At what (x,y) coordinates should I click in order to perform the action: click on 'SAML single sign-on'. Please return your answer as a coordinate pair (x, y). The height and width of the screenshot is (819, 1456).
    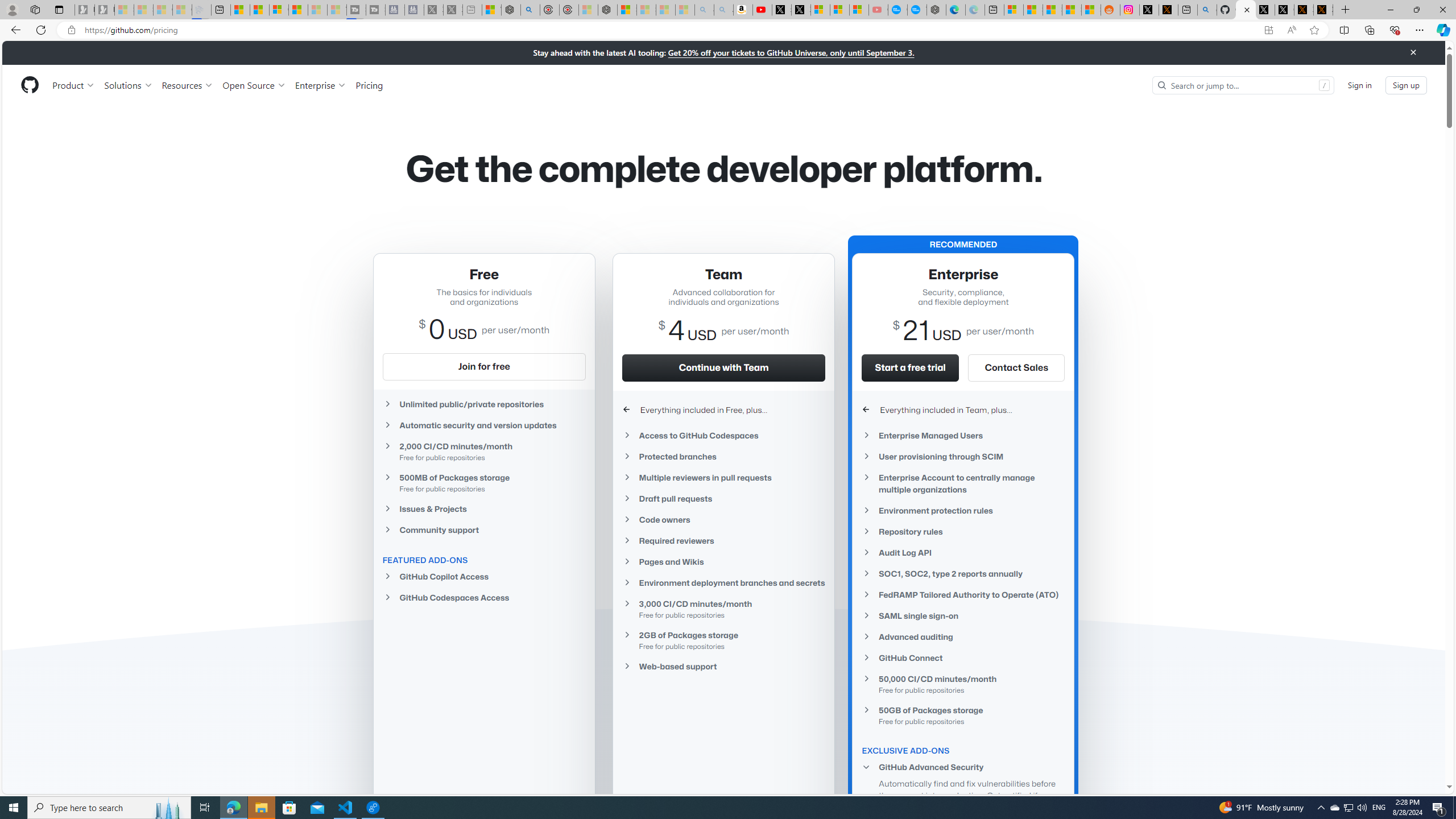
    Looking at the image, I should click on (963, 615).